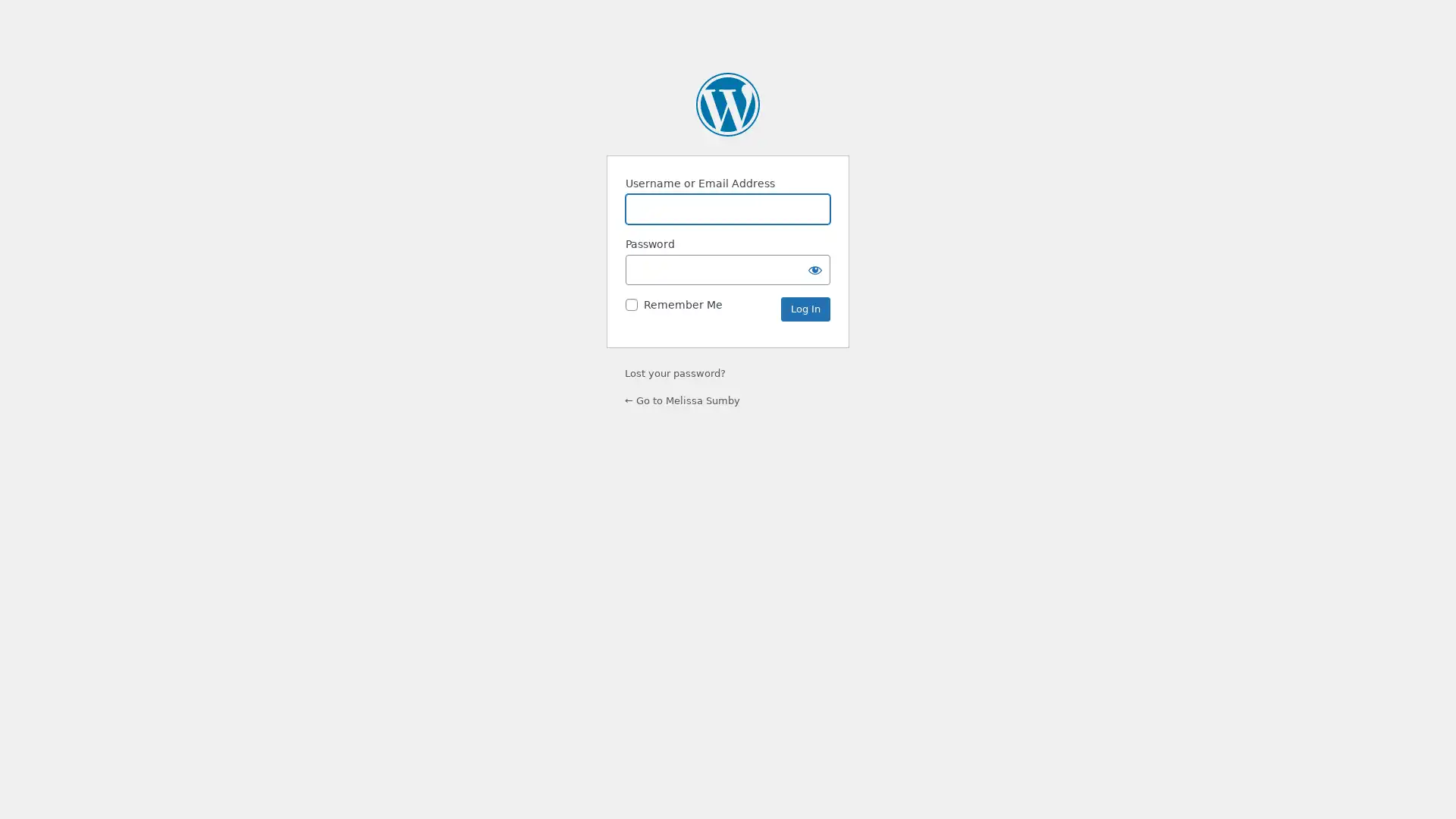 The image size is (1456, 819). Describe the element at coordinates (805, 309) in the screenshot. I see `Log In` at that location.